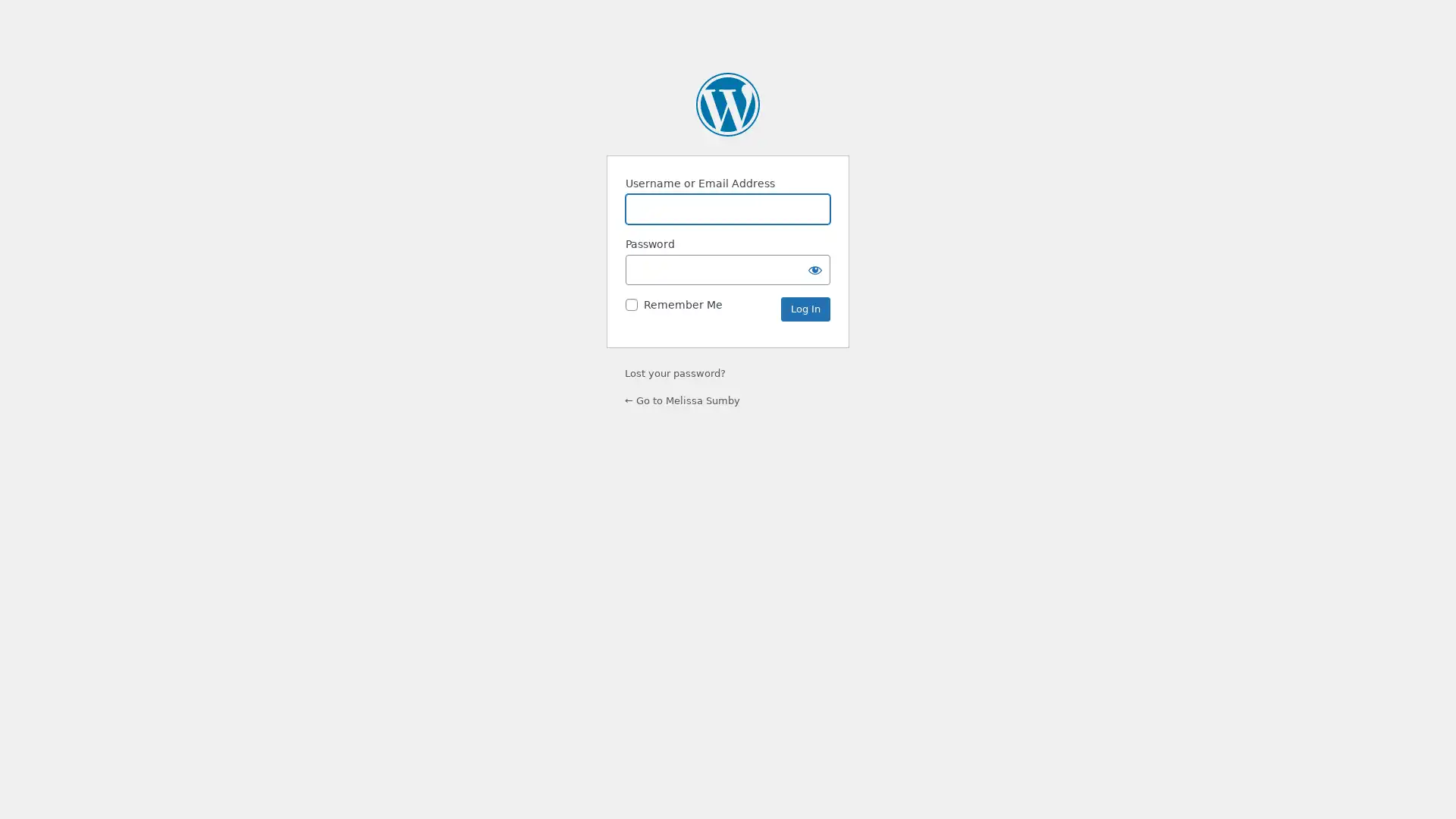 The image size is (1456, 819). Describe the element at coordinates (805, 309) in the screenshot. I see `Log In` at that location.